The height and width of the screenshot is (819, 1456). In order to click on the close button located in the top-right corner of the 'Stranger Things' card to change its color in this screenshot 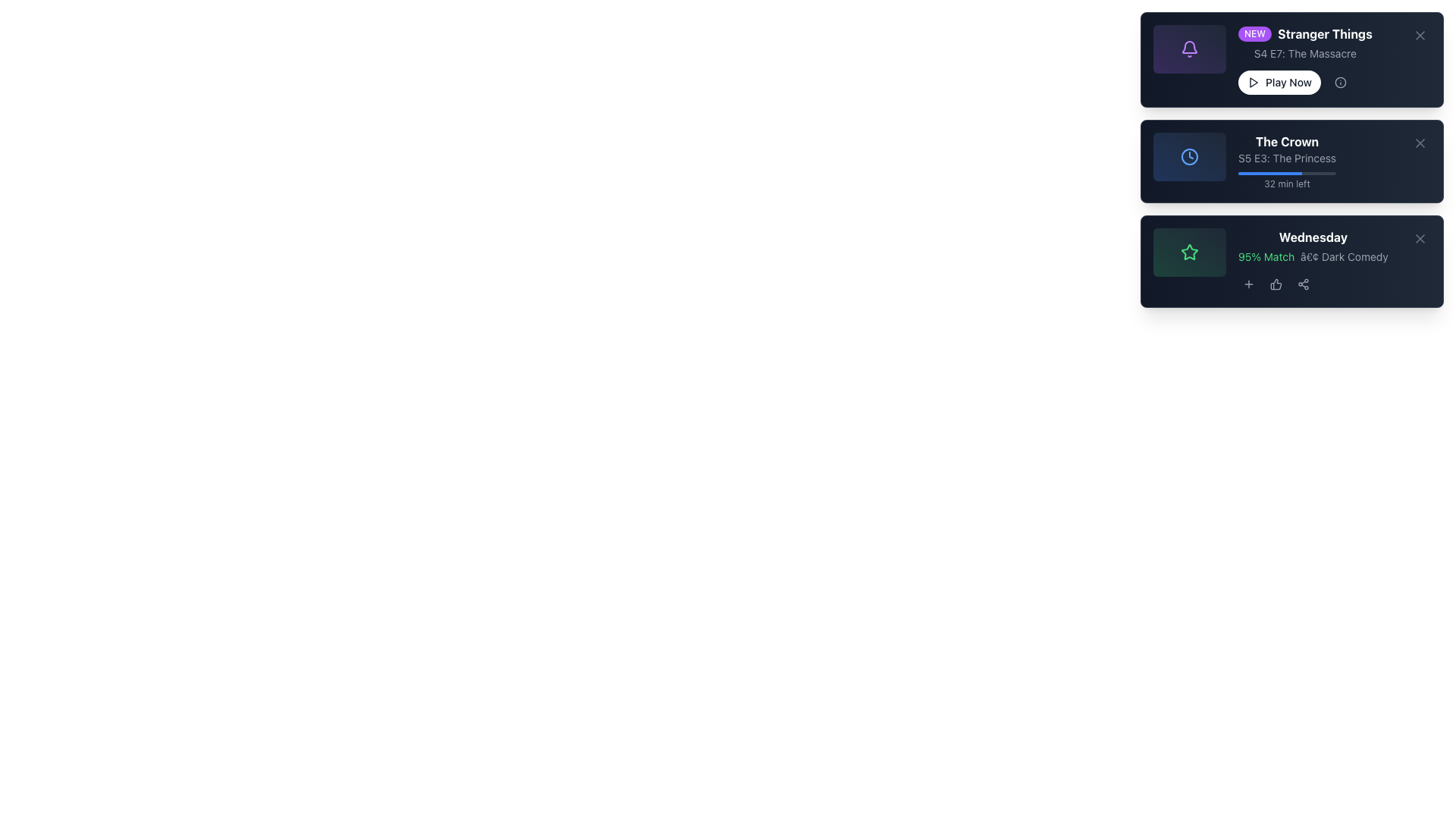, I will do `click(1419, 34)`.